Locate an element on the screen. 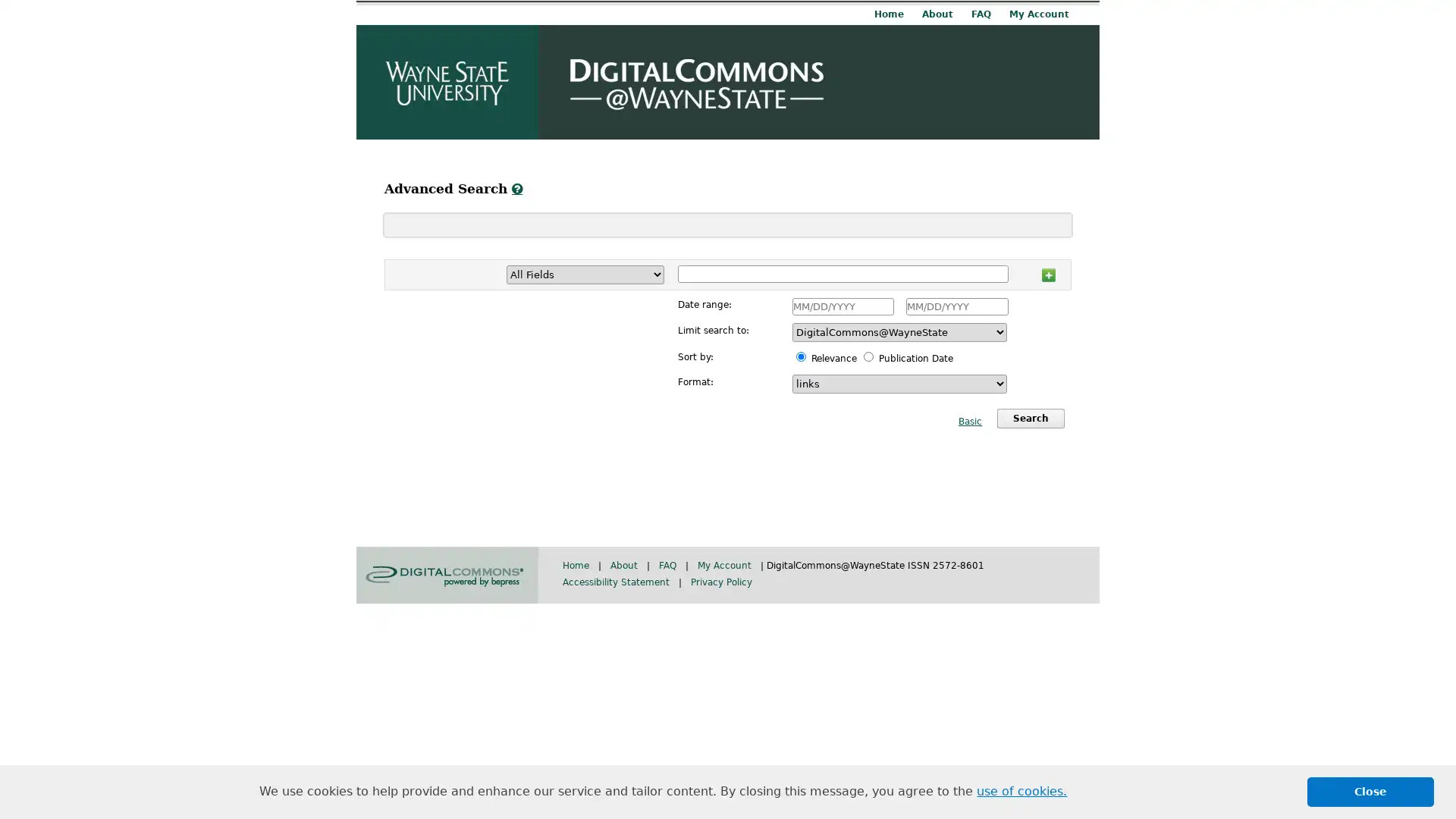  learn more about cookies is located at coordinates (1021, 791).